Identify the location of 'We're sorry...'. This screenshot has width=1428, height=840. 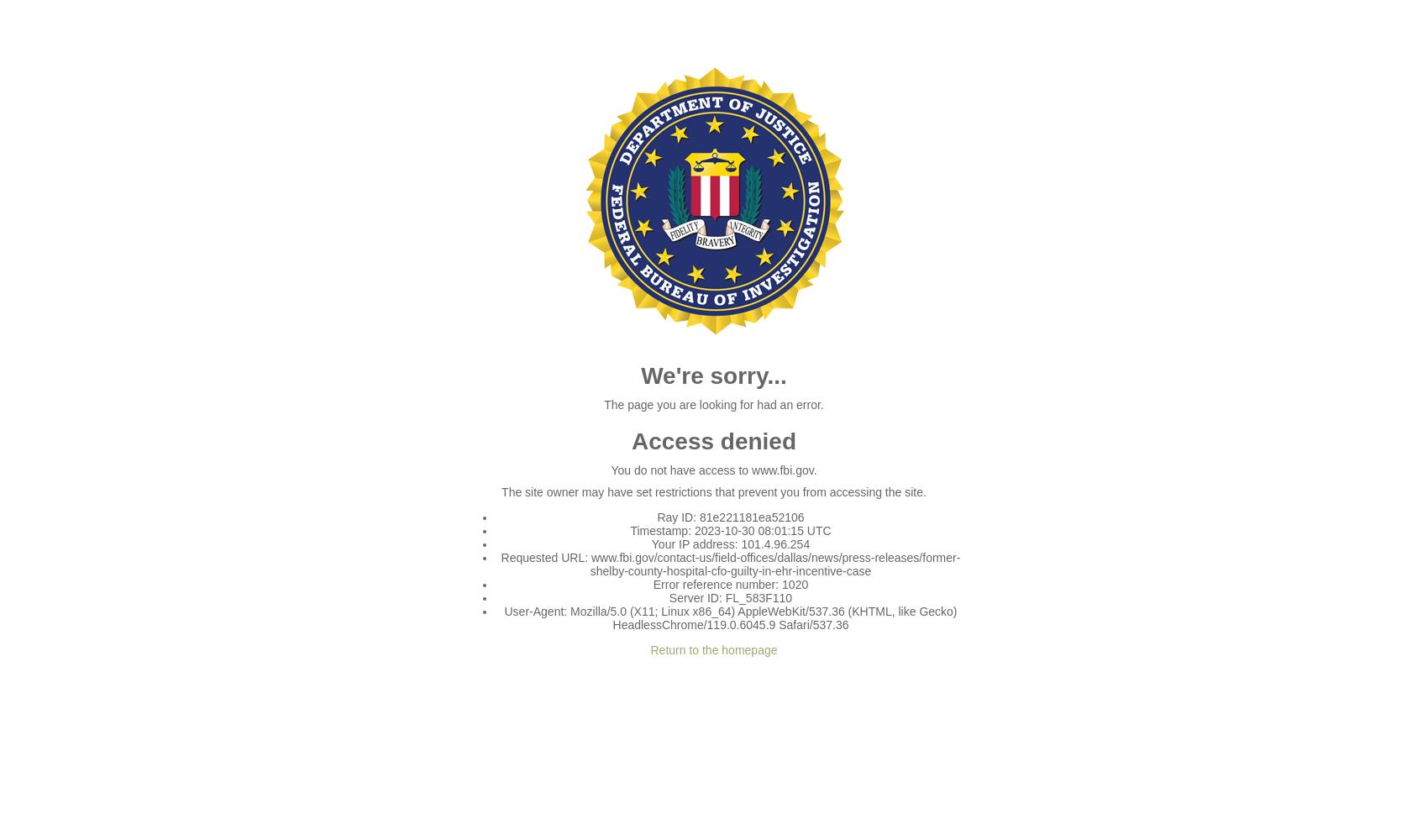
(712, 375).